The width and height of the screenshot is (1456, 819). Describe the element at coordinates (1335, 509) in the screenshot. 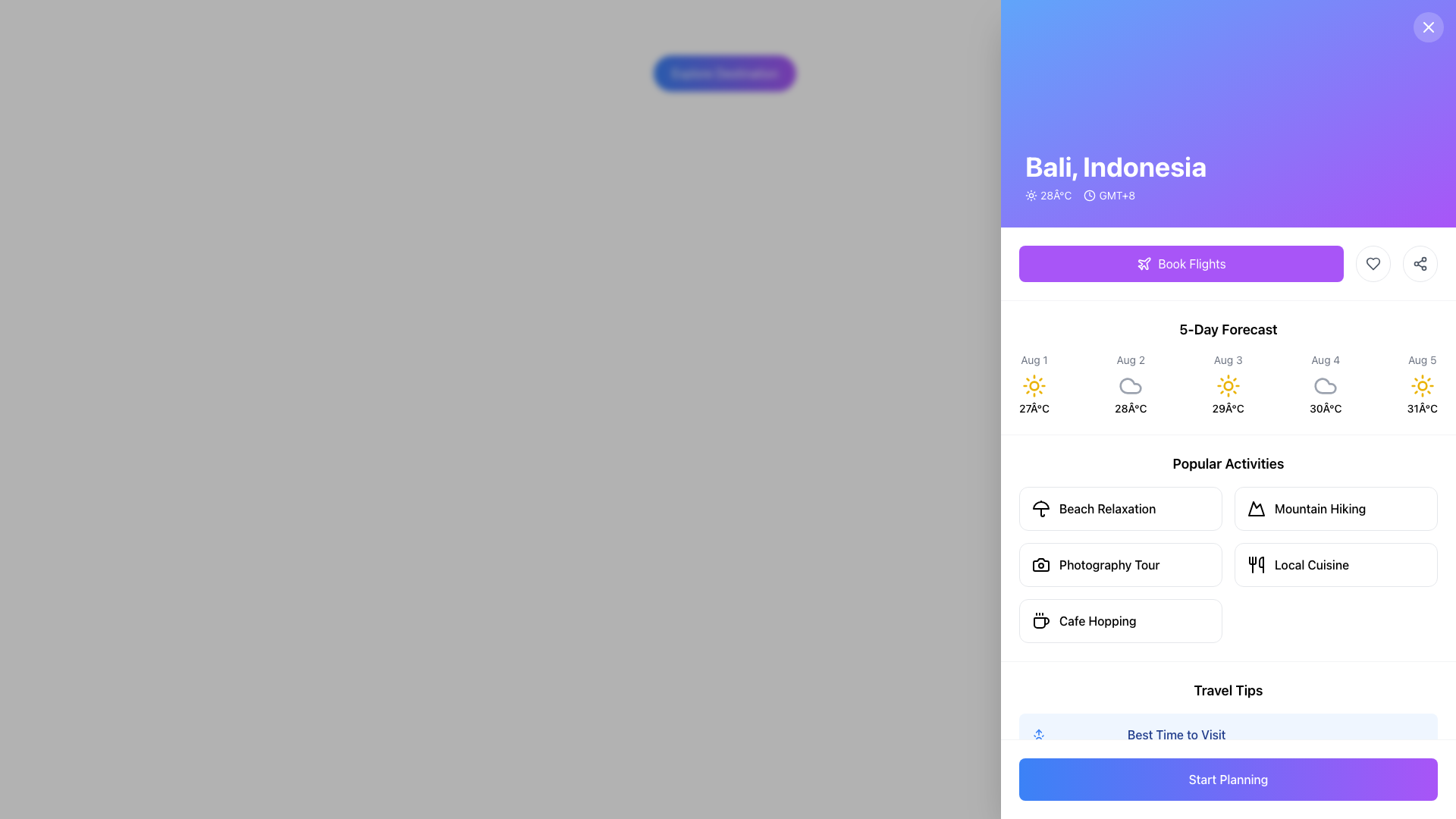

I see `the 'Mountain Hiking' button, which is the second item in the grid of 'Popular Activities'` at that location.